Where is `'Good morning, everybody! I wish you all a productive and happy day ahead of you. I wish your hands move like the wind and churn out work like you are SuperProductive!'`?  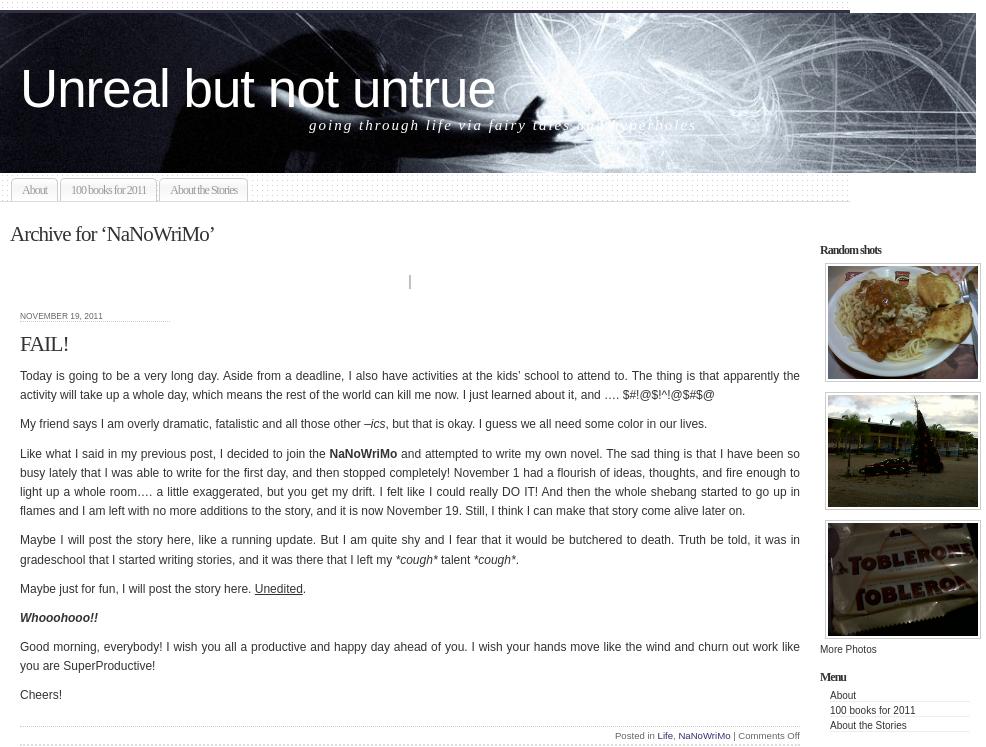
'Good morning, everybody! I wish you all a productive and happy day ahead of you. I wish your hands move like the wind and churn out work like you are SuperProductive!' is located at coordinates (408, 655).